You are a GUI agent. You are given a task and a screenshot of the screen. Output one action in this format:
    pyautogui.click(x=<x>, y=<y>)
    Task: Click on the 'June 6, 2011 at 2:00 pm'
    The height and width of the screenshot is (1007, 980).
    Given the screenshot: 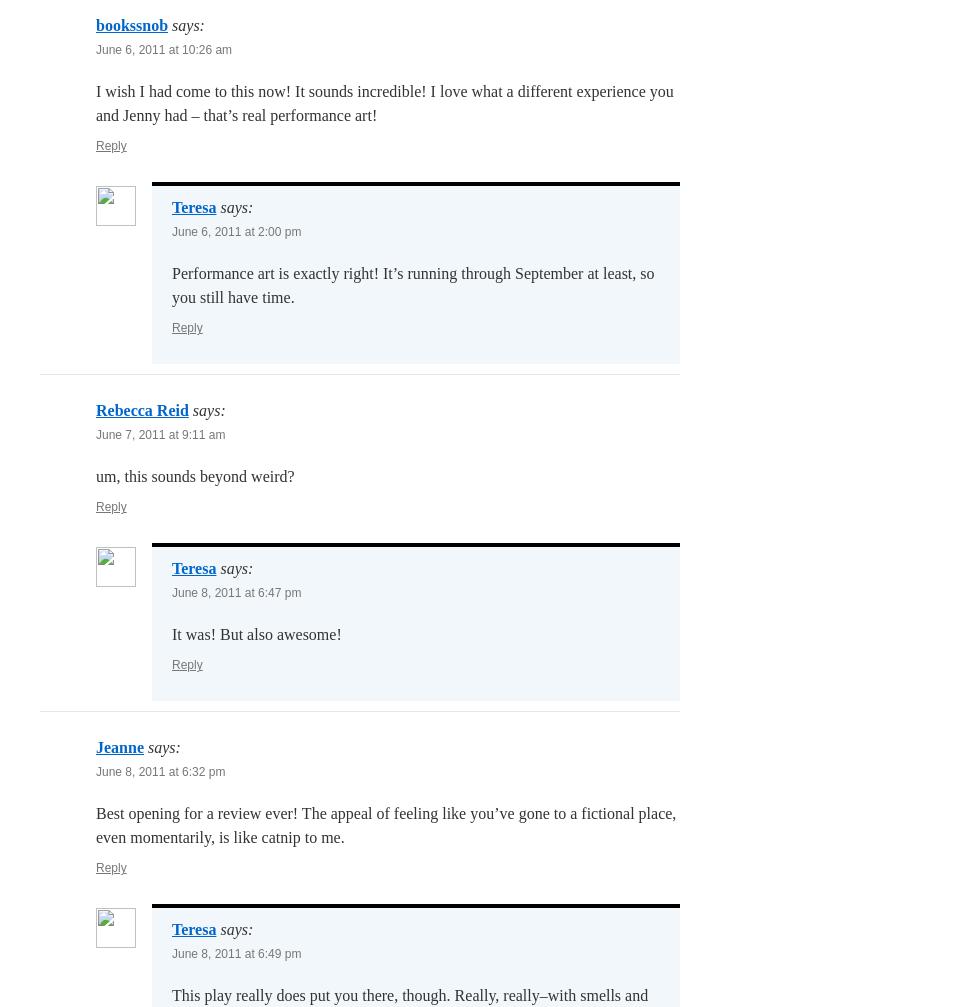 What is the action you would take?
    pyautogui.click(x=236, y=232)
    